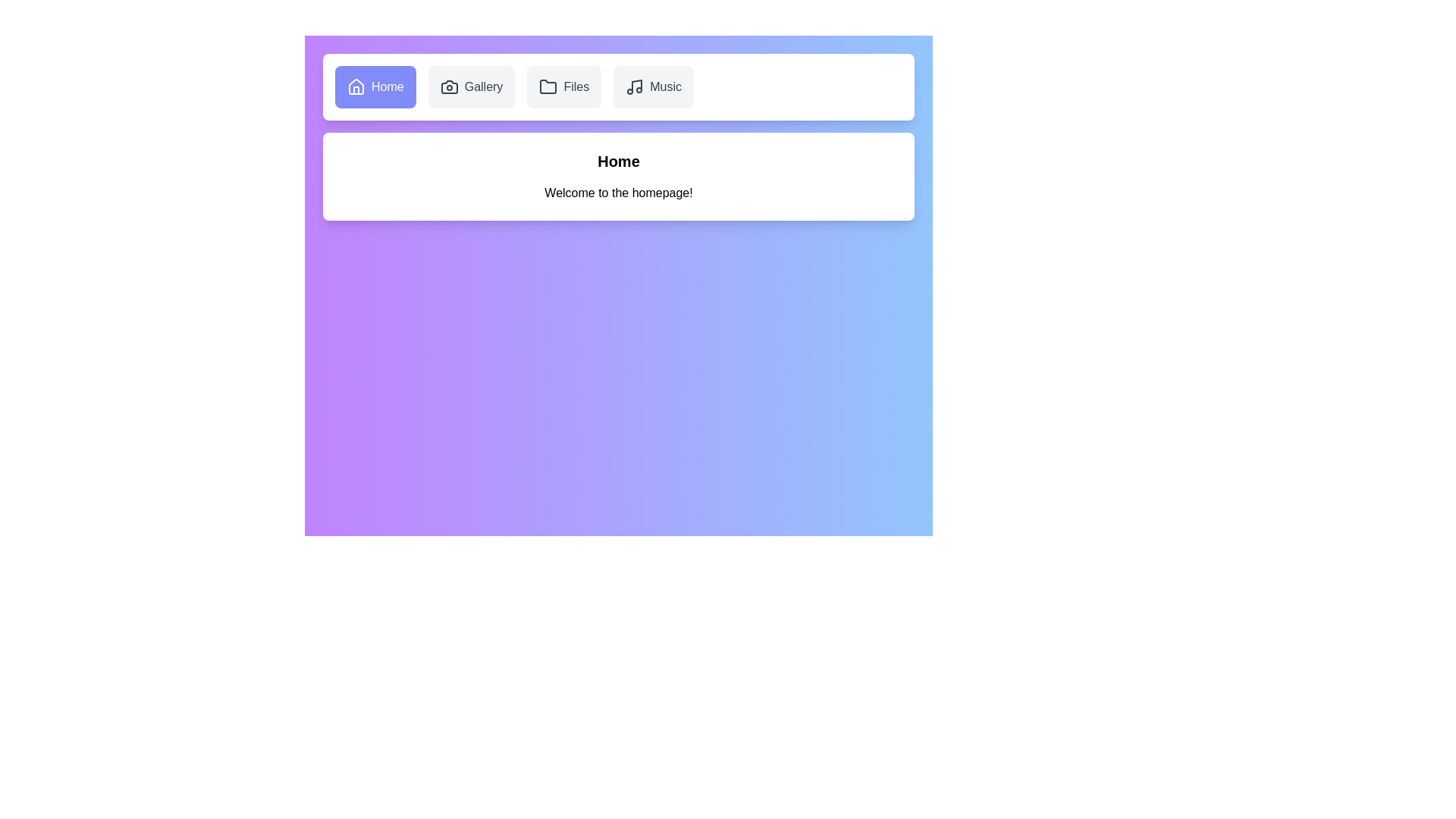  I want to click on the button labeled Files to observe visual feedback, so click(563, 87).